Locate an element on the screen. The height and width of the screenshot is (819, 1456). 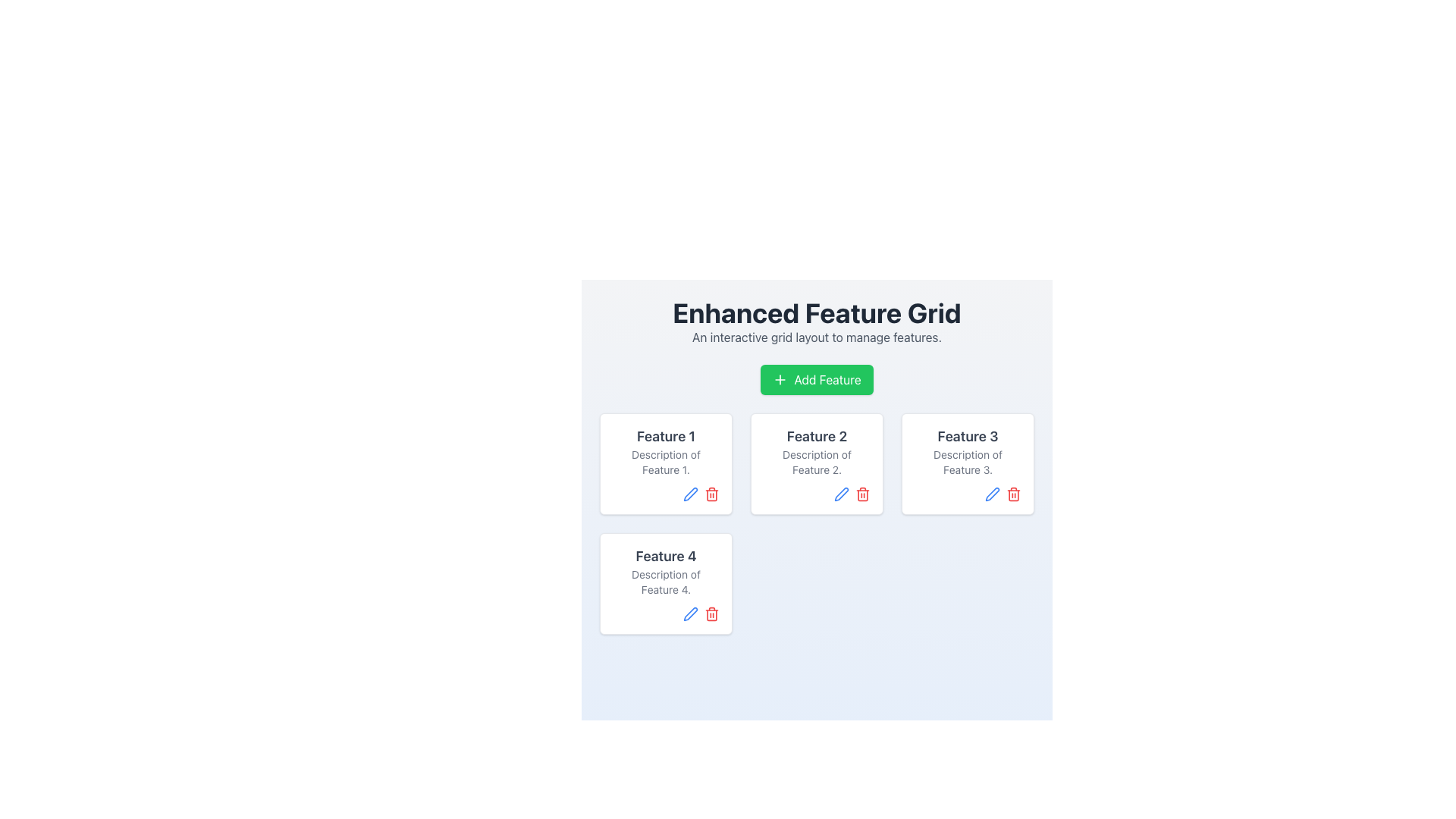
text content of the Text Label serving as the title for 'Feature 1' in the top-left quadrant of the grid layout is located at coordinates (666, 436).